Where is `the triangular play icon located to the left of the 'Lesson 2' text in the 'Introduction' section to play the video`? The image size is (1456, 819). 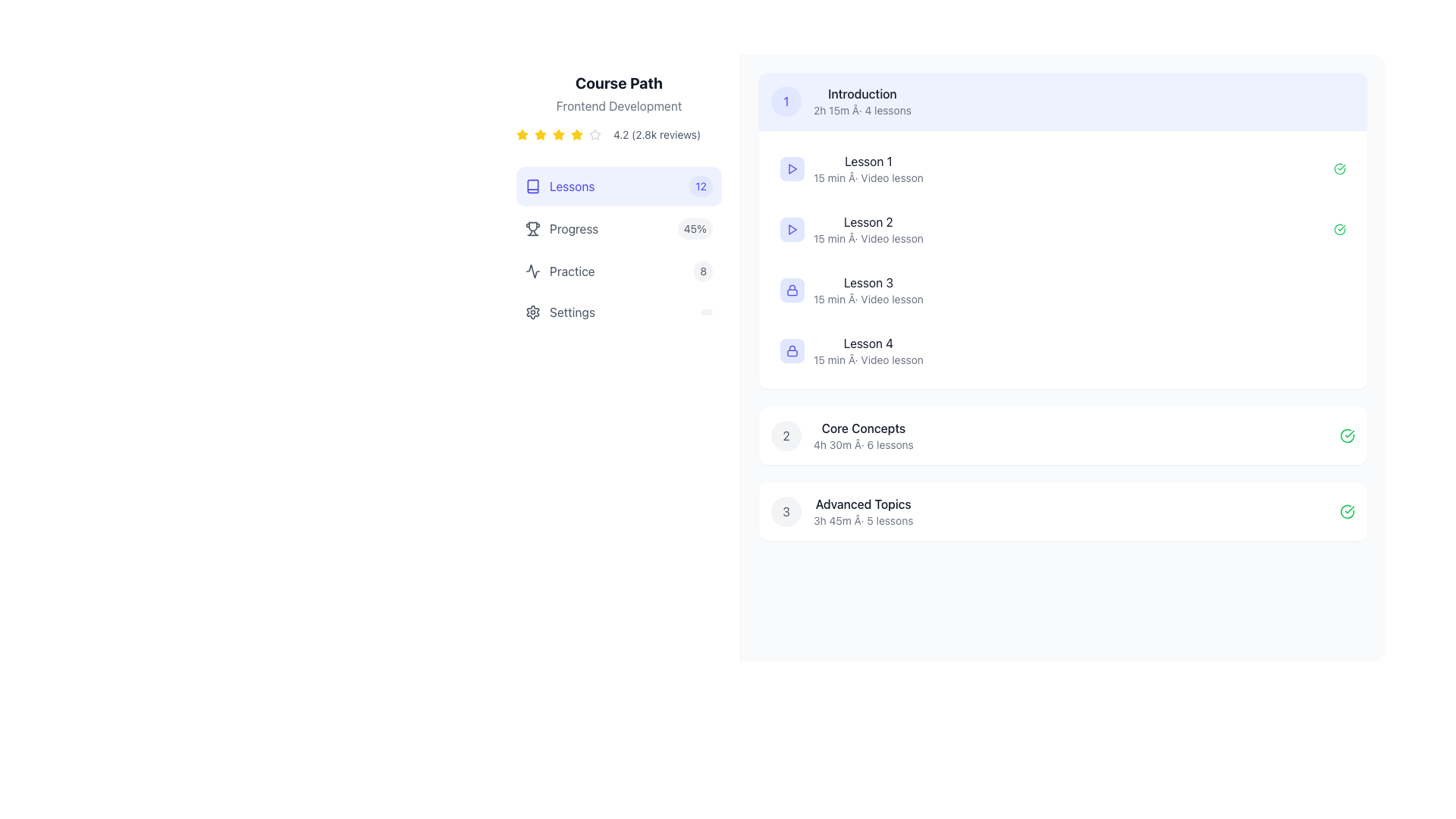
the triangular play icon located to the left of the 'Lesson 2' text in the 'Introduction' section to play the video is located at coordinates (792, 230).